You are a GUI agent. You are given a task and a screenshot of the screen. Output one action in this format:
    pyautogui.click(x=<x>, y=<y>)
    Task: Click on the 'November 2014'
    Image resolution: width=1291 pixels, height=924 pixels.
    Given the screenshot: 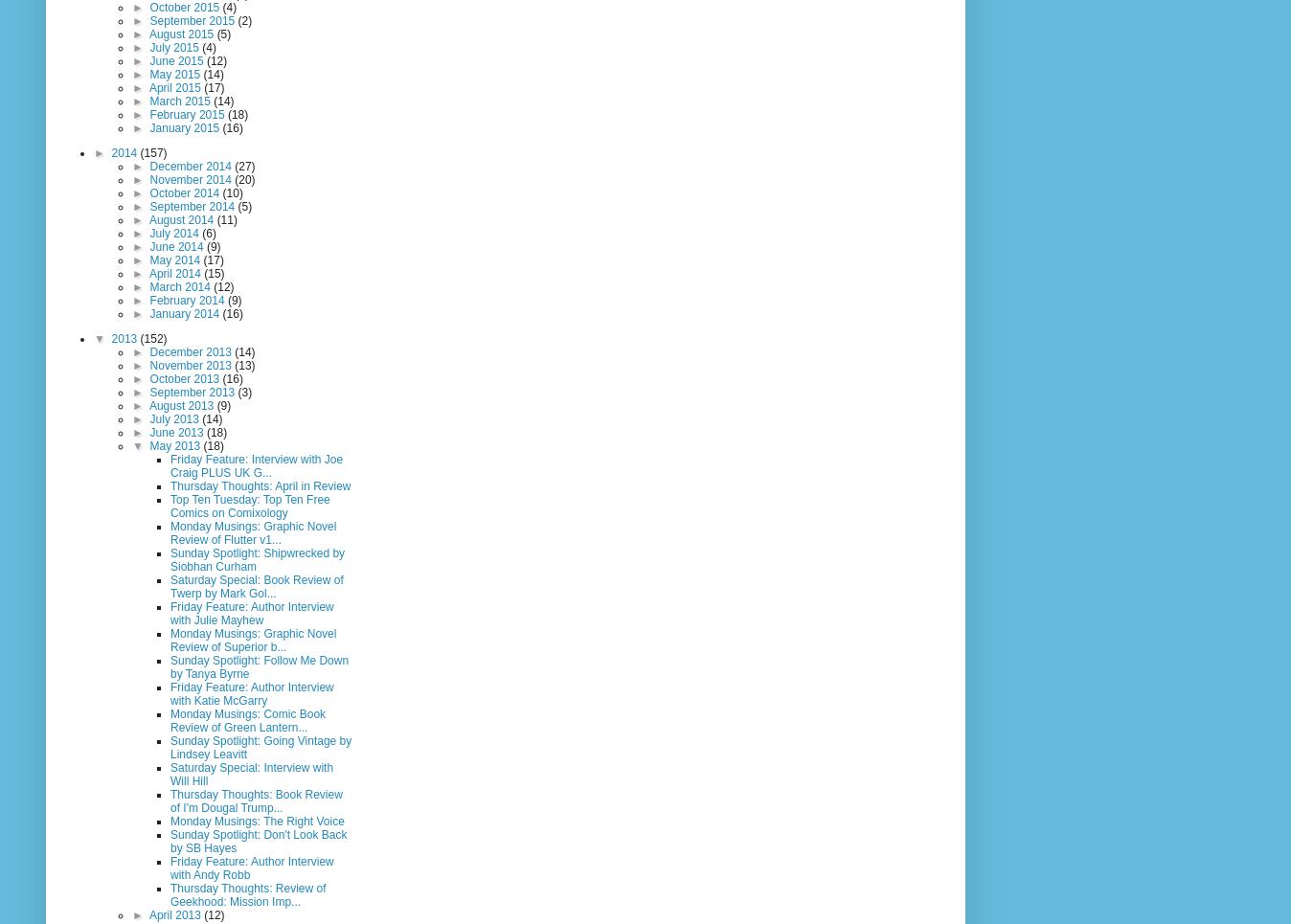 What is the action you would take?
    pyautogui.click(x=192, y=179)
    